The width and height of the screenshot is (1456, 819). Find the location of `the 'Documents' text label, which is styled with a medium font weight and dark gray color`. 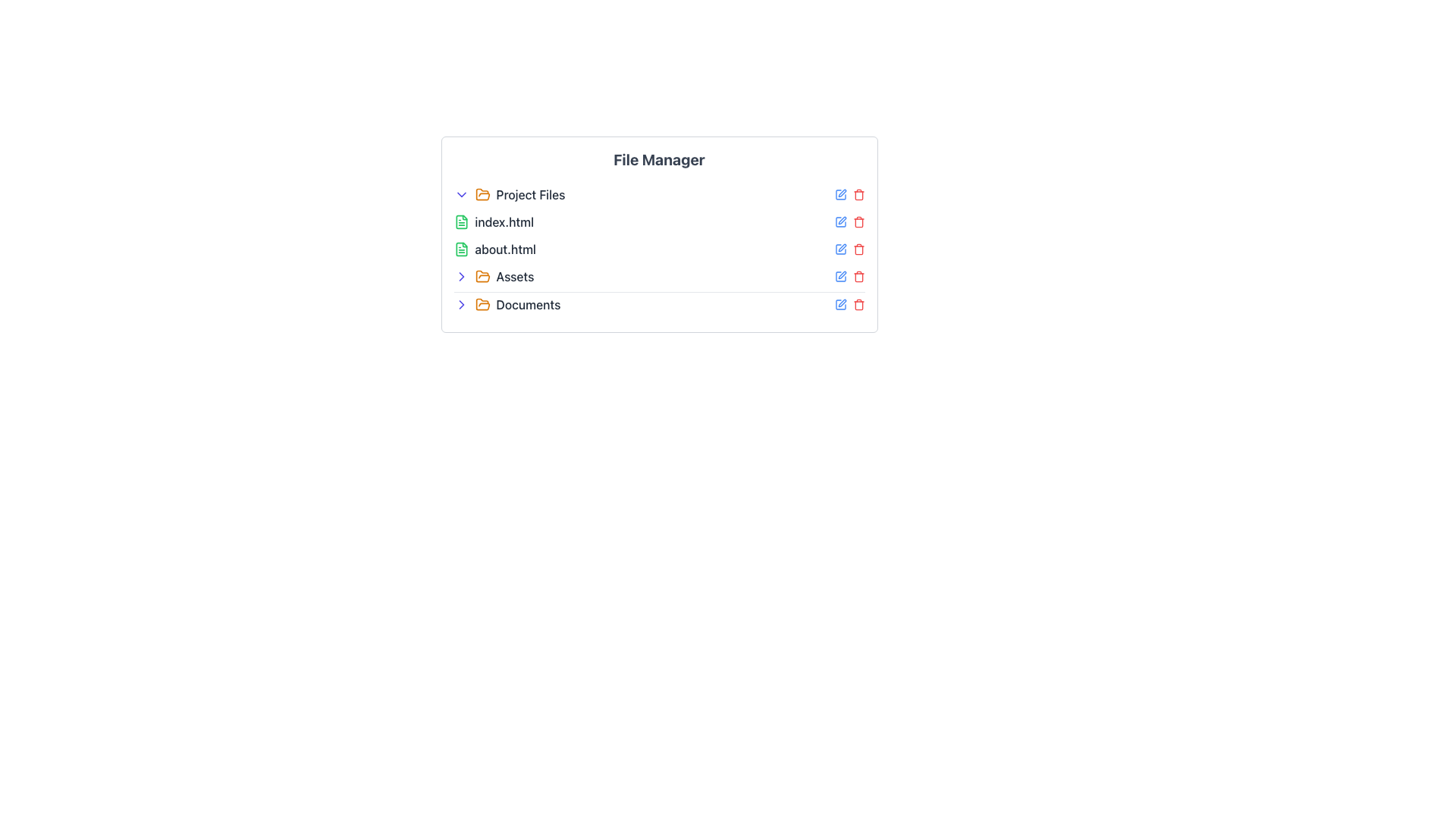

the 'Documents' text label, which is styled with a medium font weight and dark gray color is located at coordinates (528, 304).